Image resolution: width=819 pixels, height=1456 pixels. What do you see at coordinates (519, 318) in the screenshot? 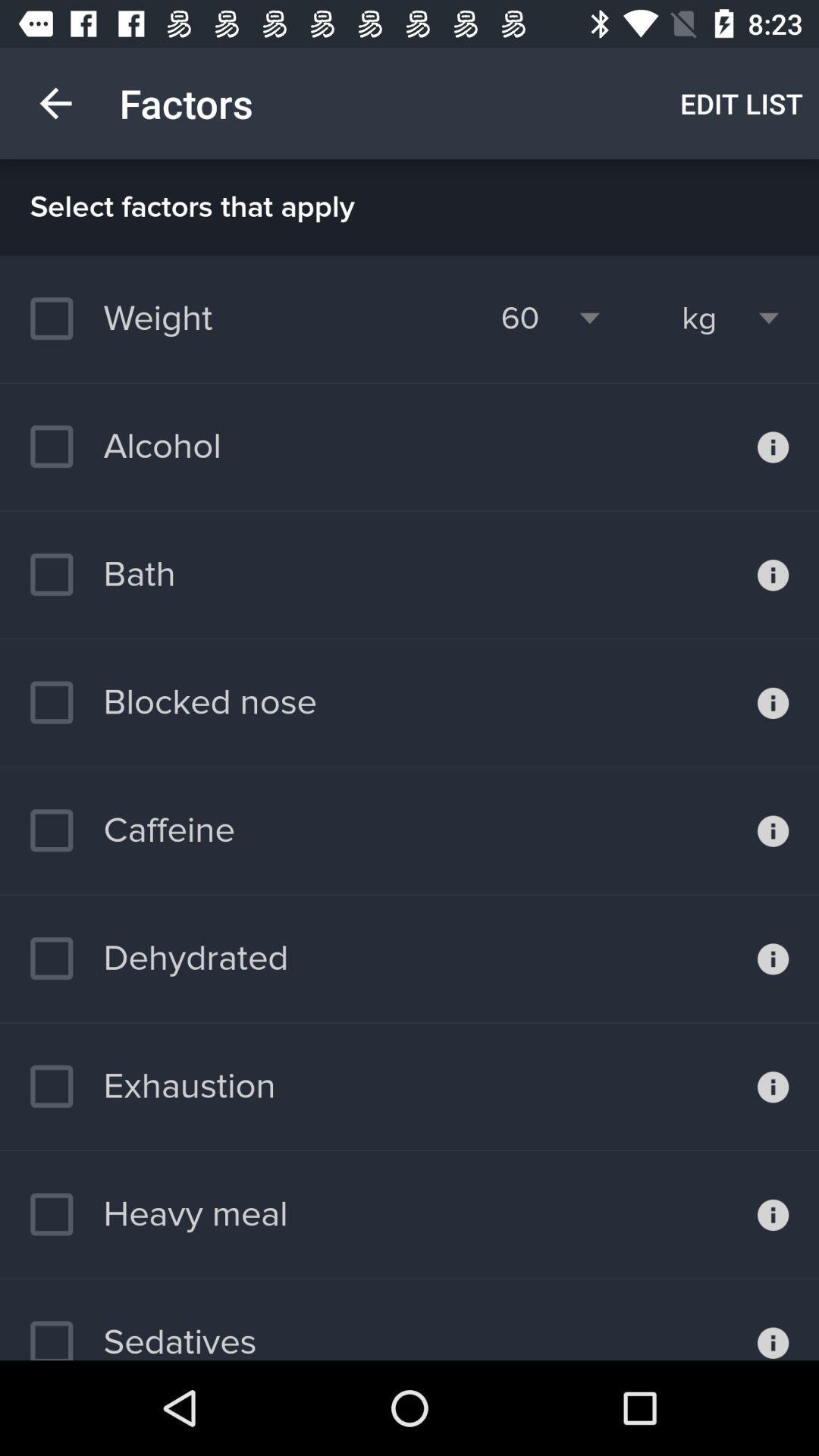
I see `the icon next to weight` at bounding box center [519, 318].